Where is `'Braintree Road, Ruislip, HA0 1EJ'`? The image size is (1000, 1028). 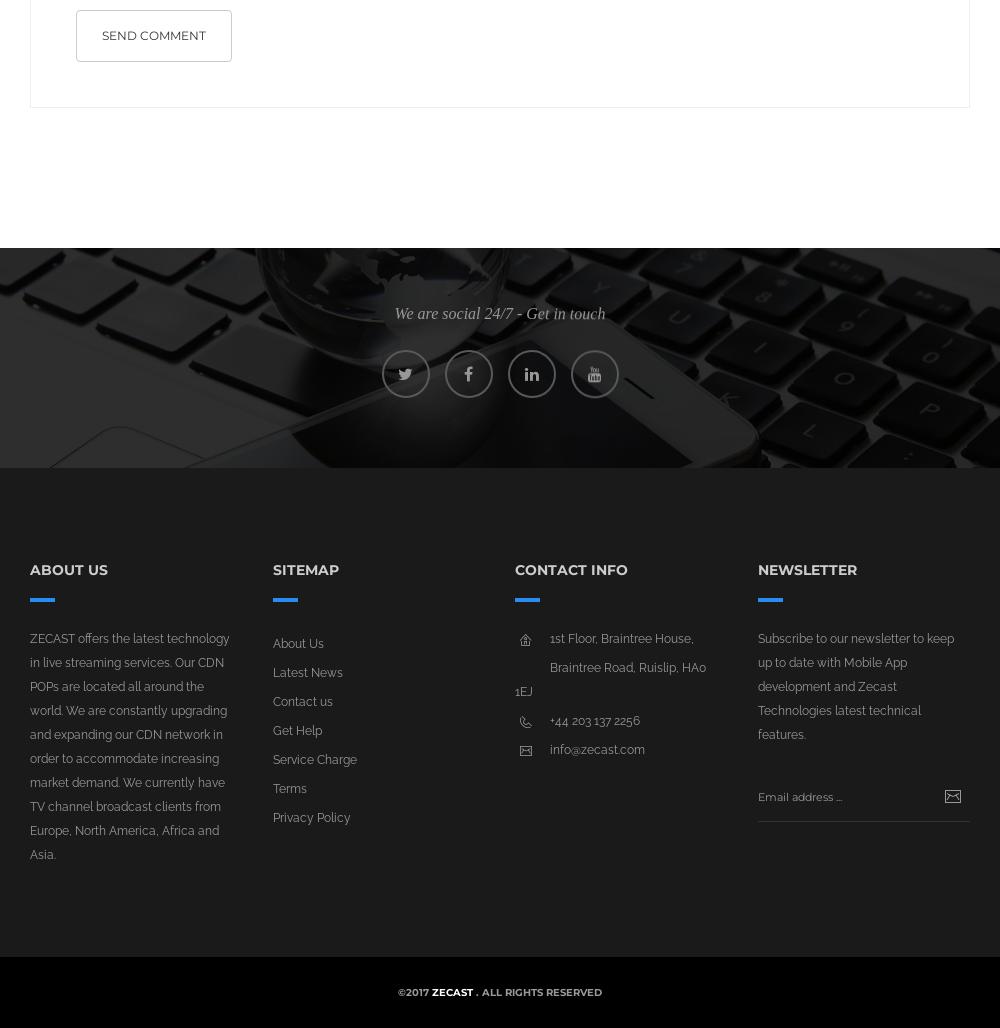 'Braintree Road, Ruislip, HA0 1EJ' is located at coordinates (609, 680).